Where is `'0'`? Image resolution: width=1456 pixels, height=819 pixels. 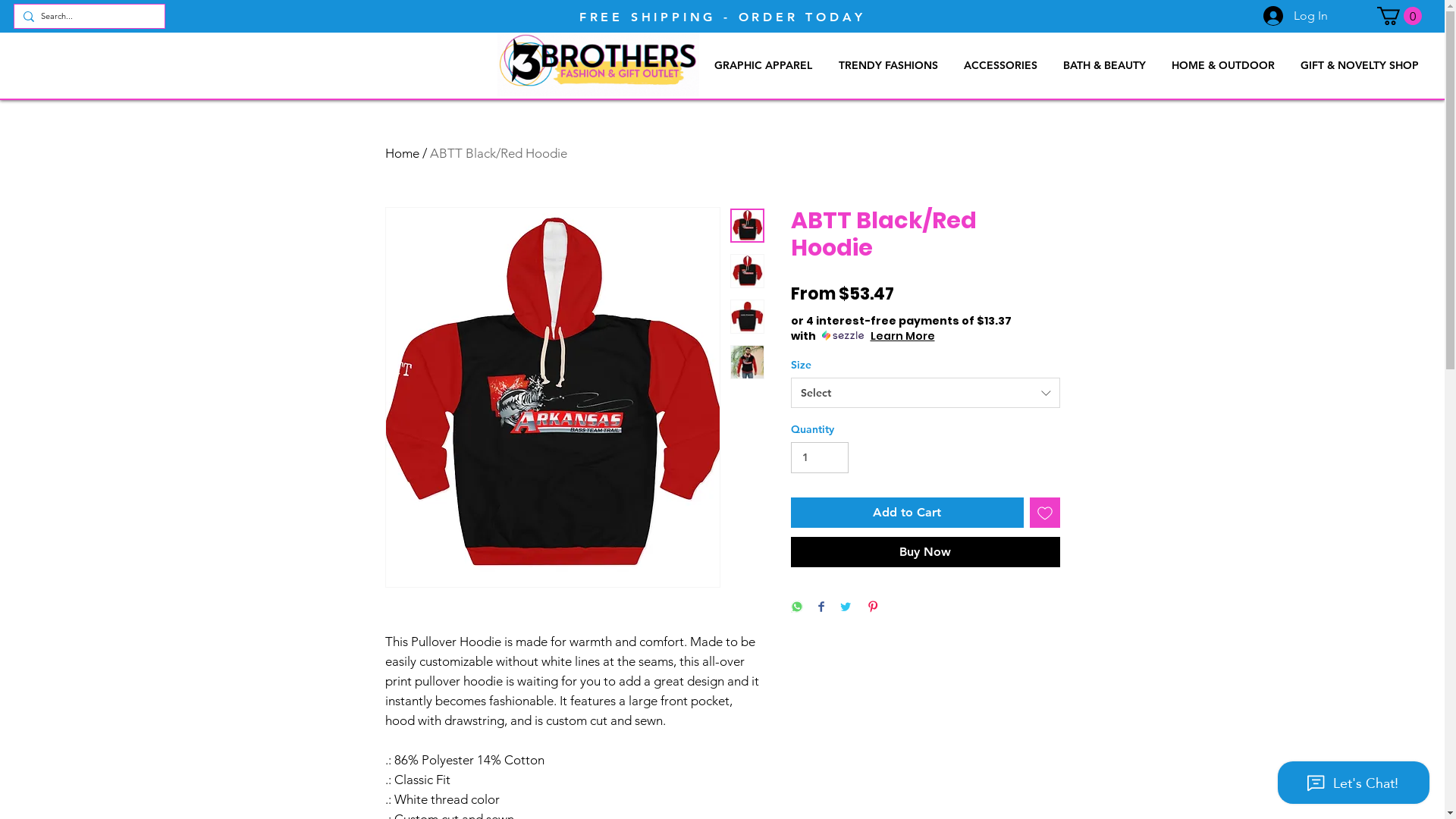 '0' is located at coordinates (1398, 15).